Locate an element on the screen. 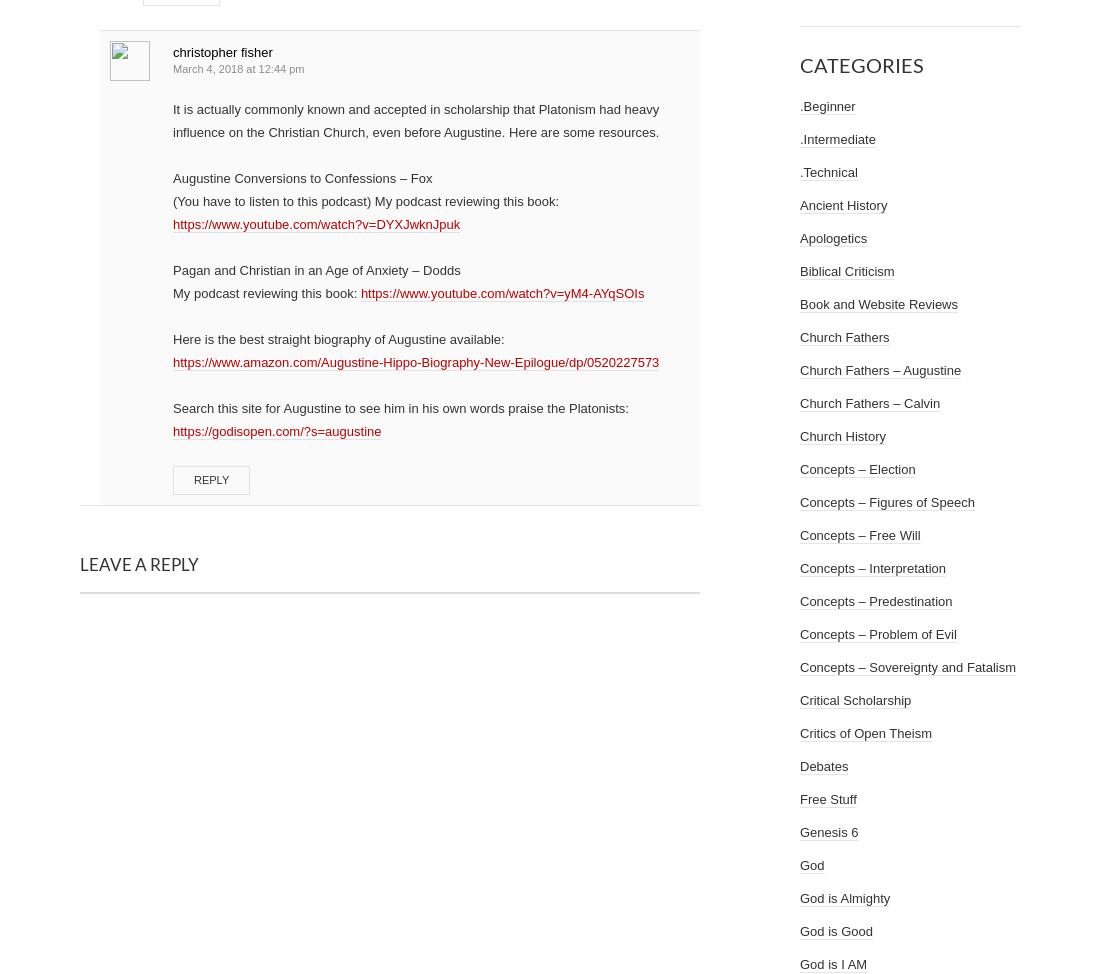 The image size is (1100, 974). 'Concepts – Figures of Speech' is located at coordinates (886, 502).